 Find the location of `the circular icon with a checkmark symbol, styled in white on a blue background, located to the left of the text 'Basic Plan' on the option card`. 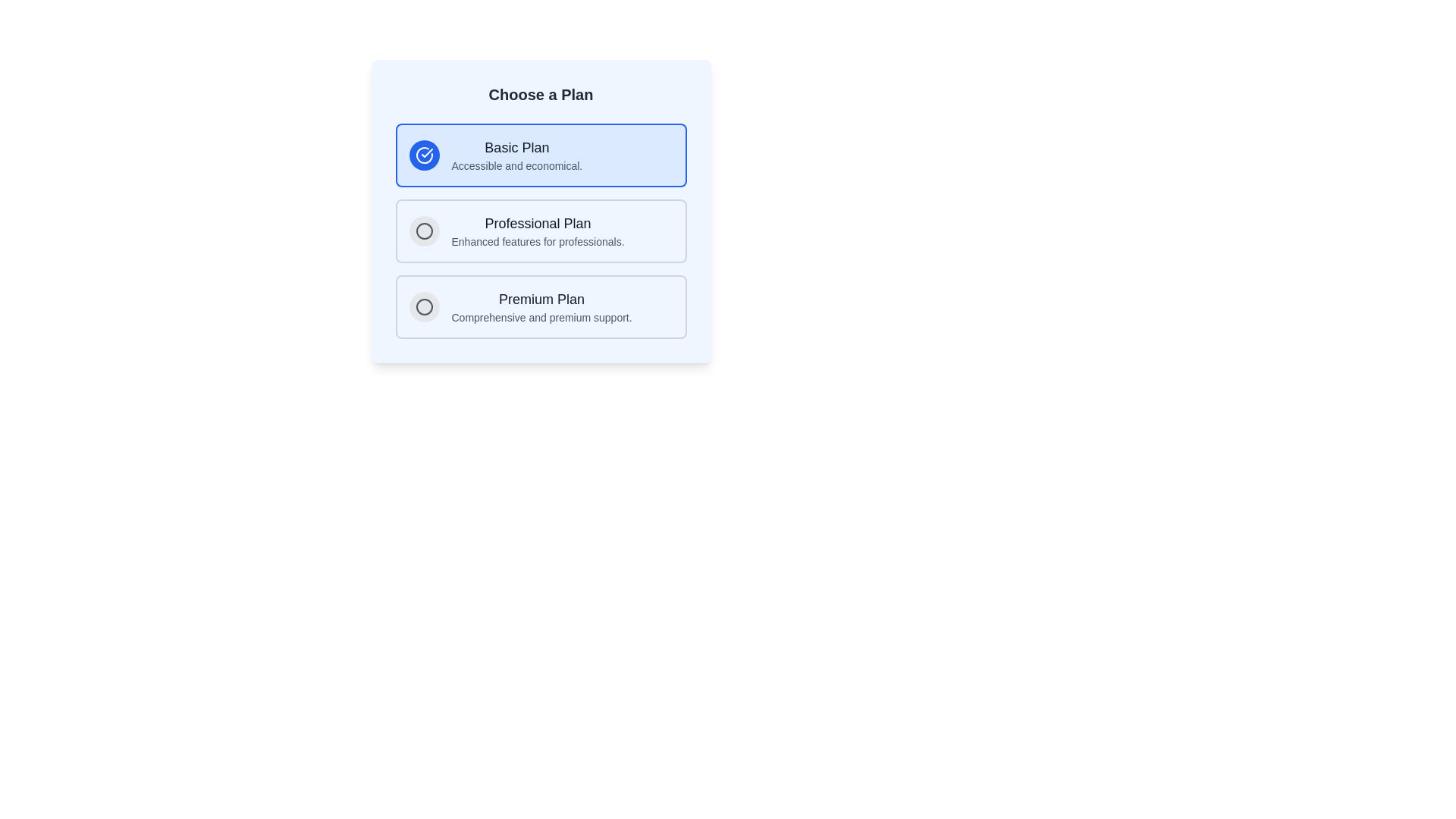

the circular icon with a checkmark symbol, styled in white on a blue background, located to the left of the text 'Basic Plan' on the option card is located at coordinates (424, 155).